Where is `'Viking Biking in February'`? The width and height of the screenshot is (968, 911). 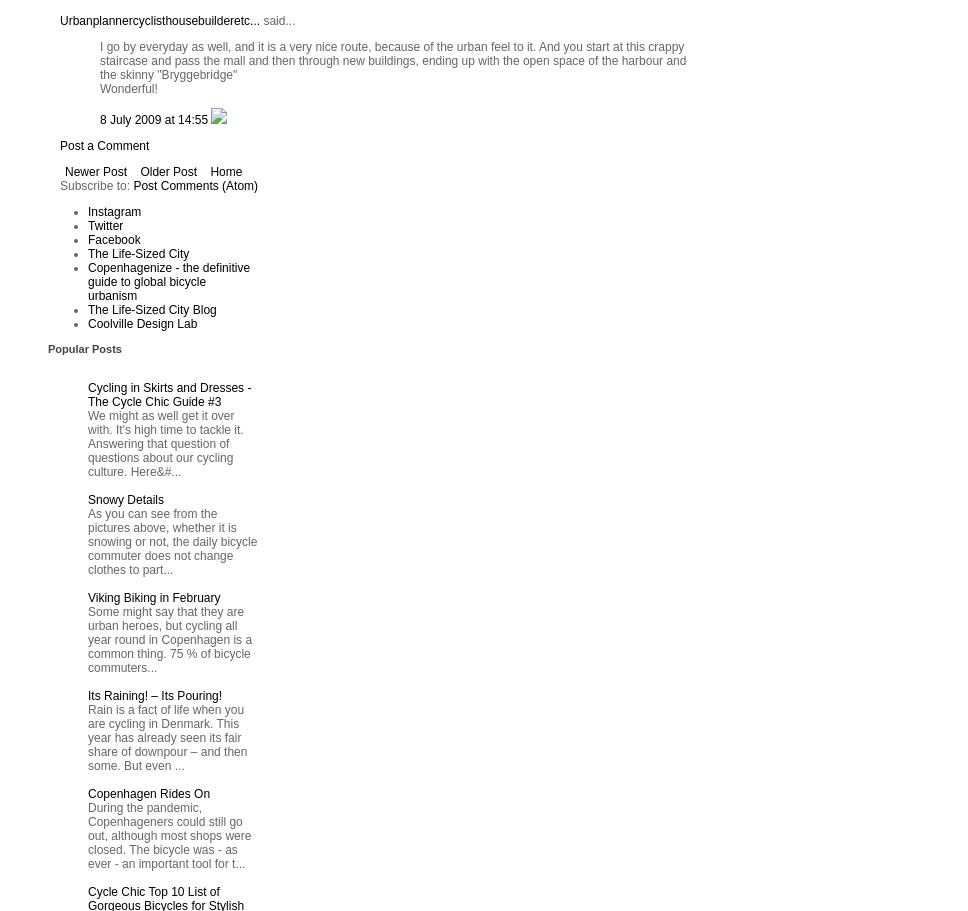 'Viking Biking in February' is located at coordinates (153, 596).